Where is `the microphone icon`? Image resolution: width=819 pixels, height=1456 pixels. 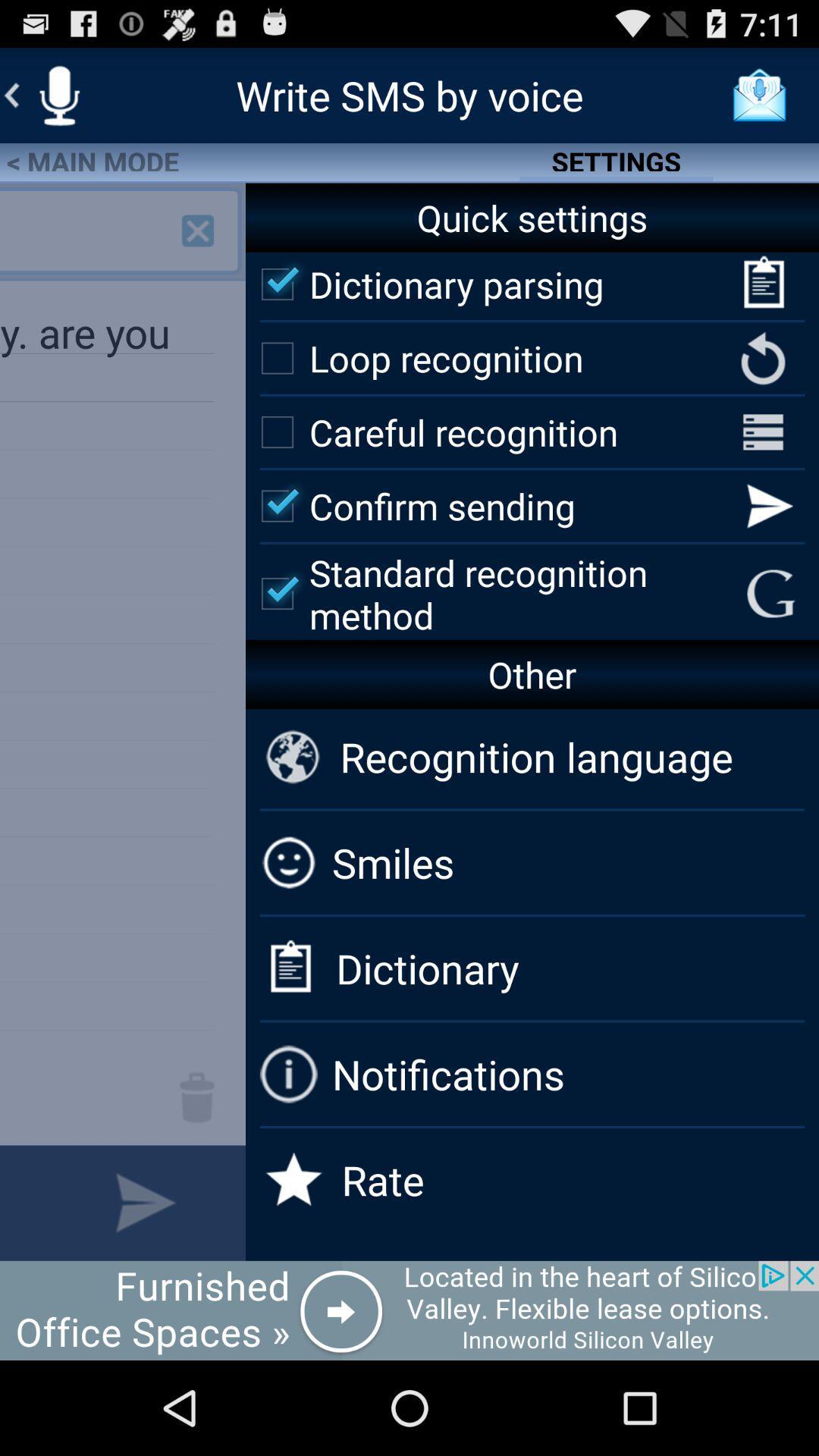
the microphone icon is located at coordinates (58, 101).